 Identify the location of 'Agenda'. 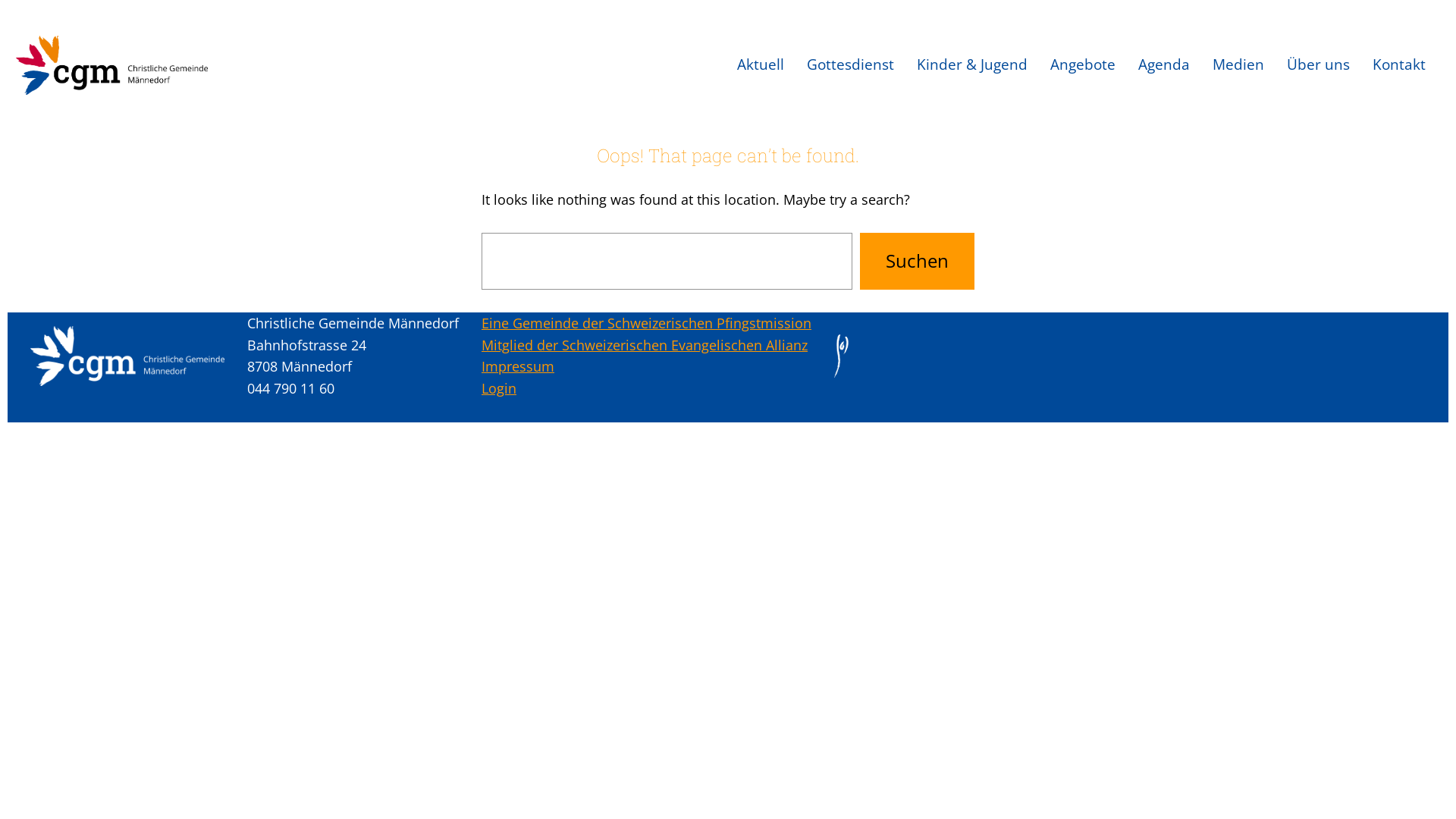
(1163, 64).